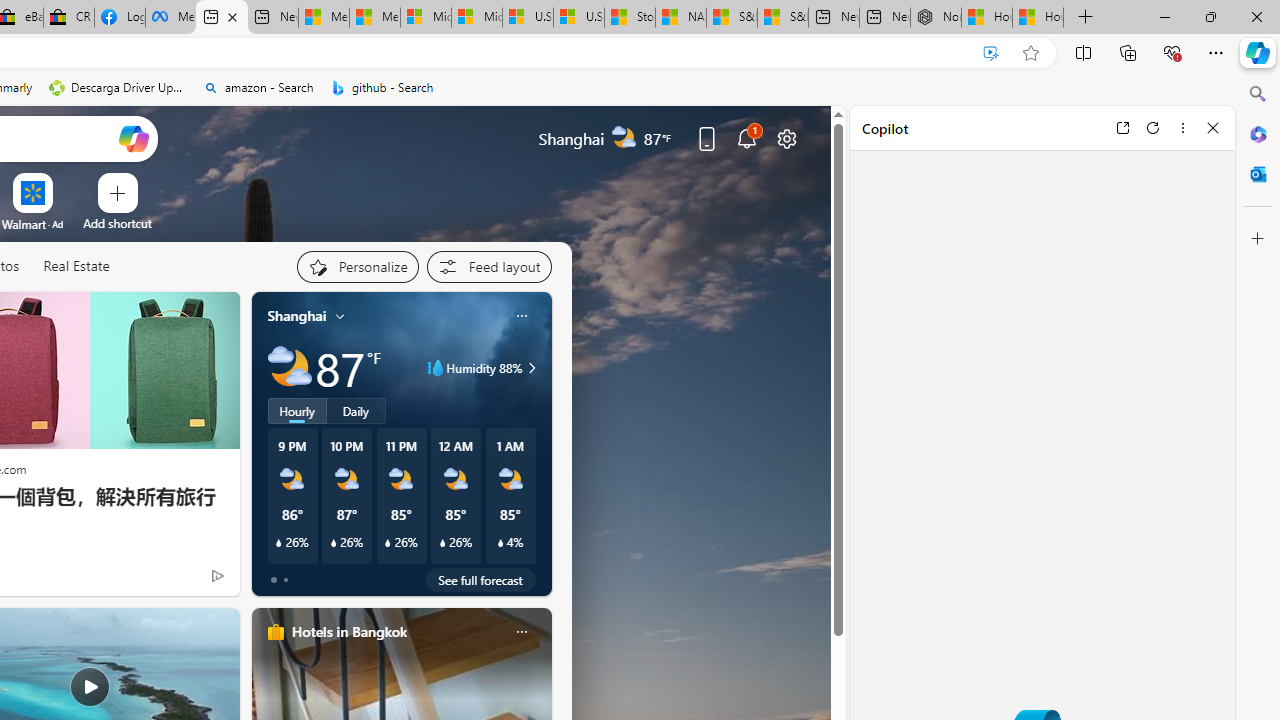 The height and width of the screenshot is (720, 1280). I want to click on 'Minimize', so click(1164, 16).